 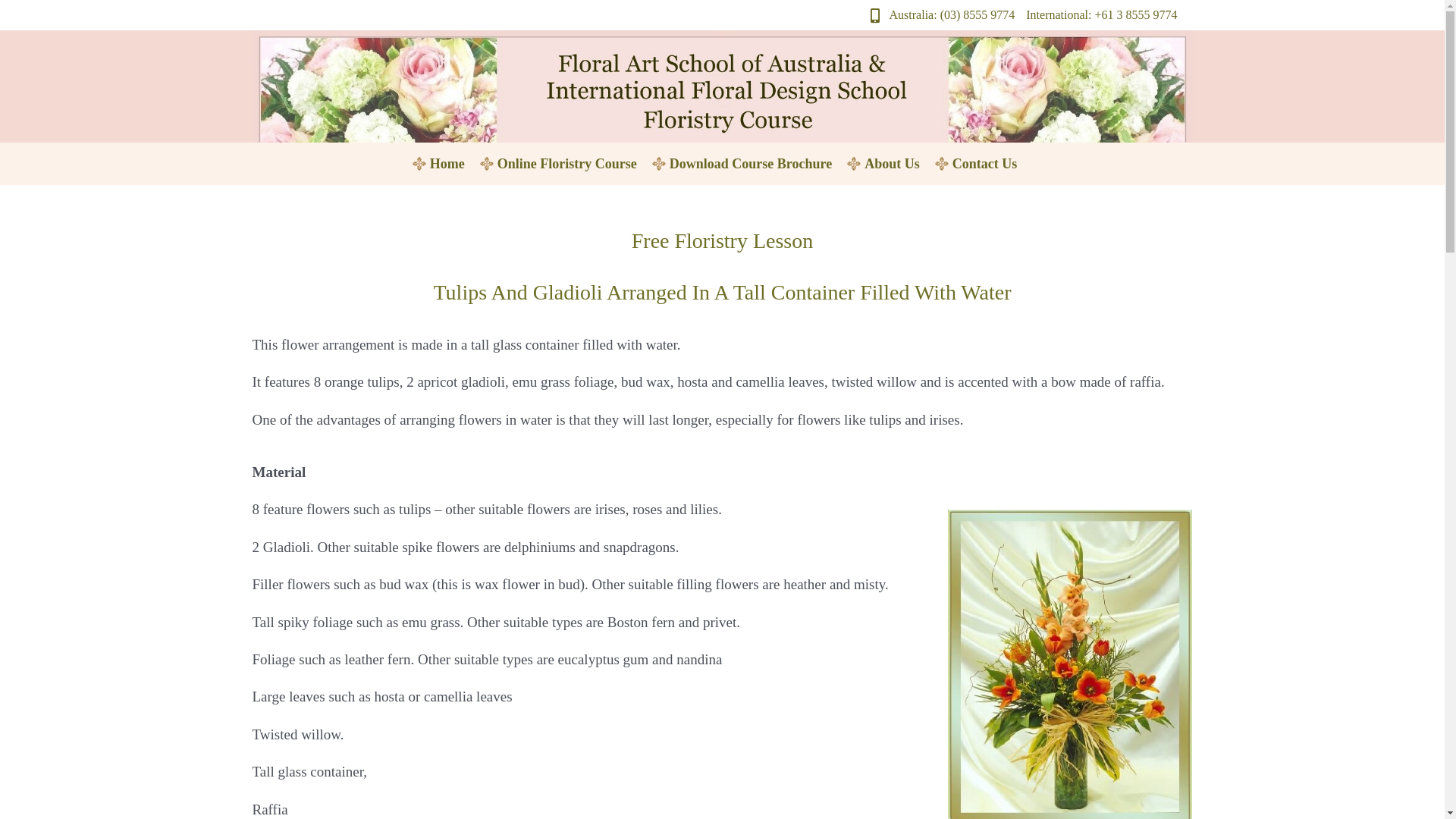 I want to click on 'Download Course Brochure', so click(x=750, y=164).